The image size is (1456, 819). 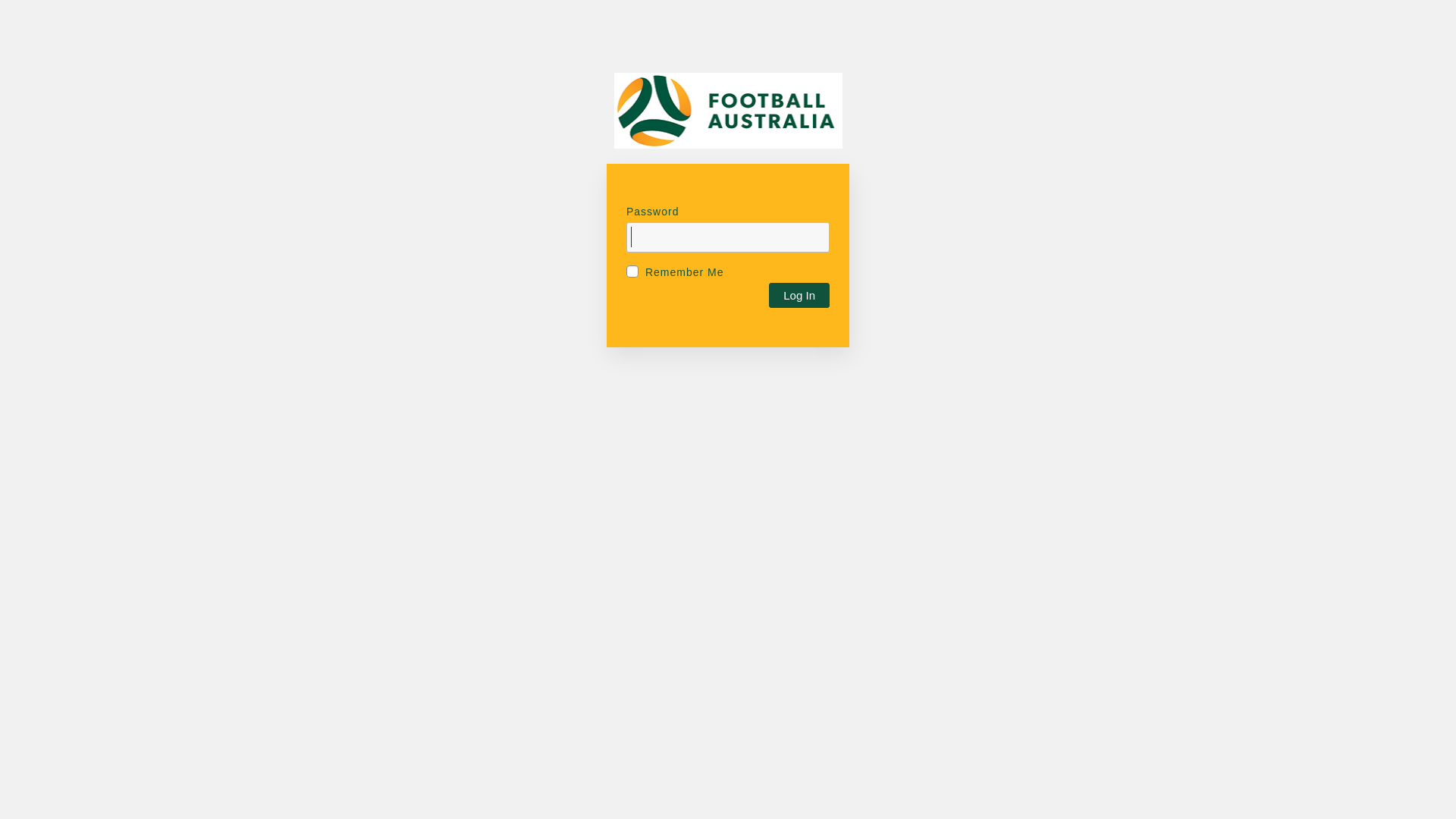 What do you see at coordinates (799, 294) in the screenshot?
I see `'Log In'` at bounding box center [799, 294].